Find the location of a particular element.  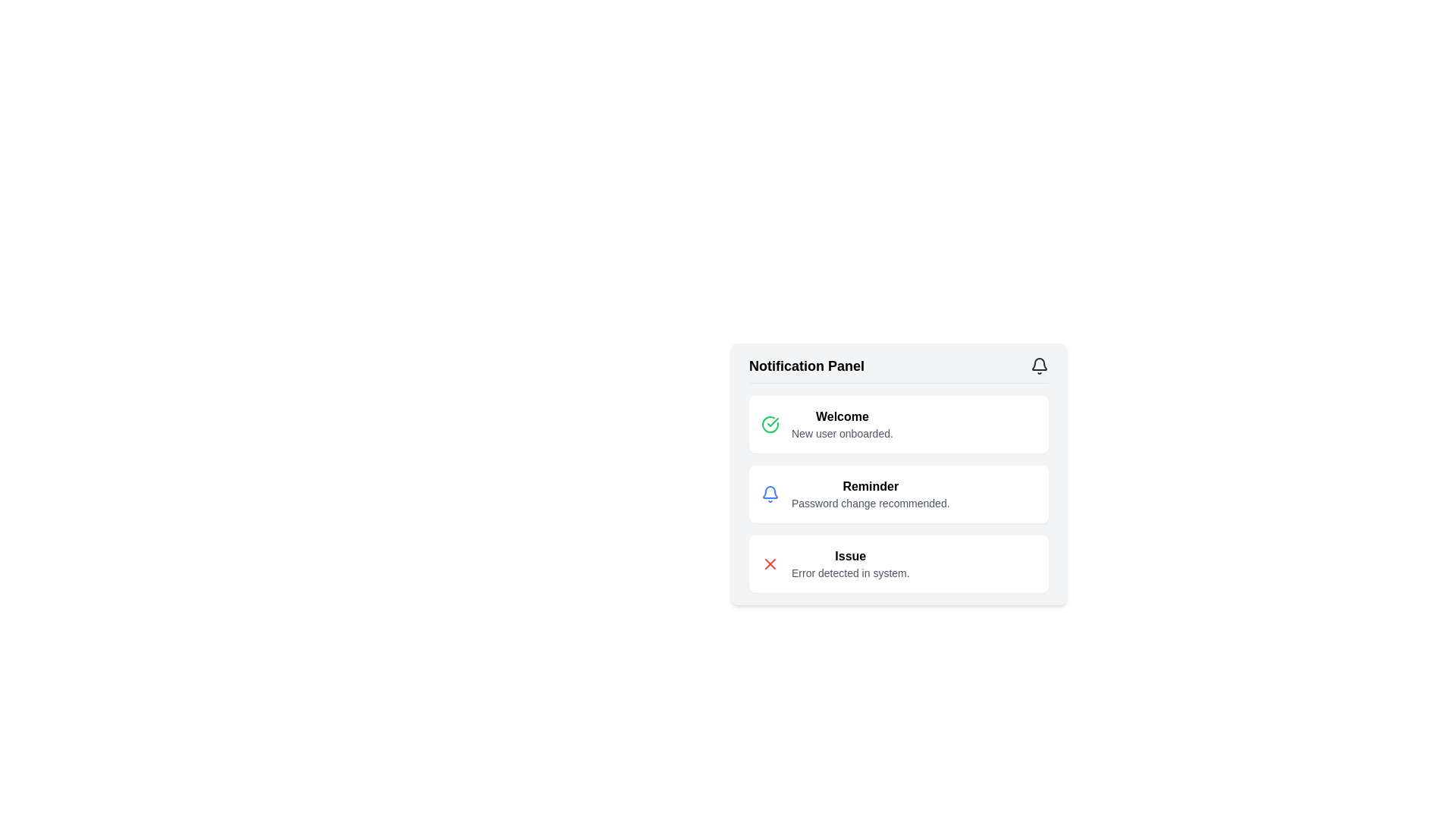

the circular icon with a green border that indicates a confirmation or success message, positioned within the left section of the 'Welcome' notification item in the 'Notification Panel' is located at coordinates (770, 424).